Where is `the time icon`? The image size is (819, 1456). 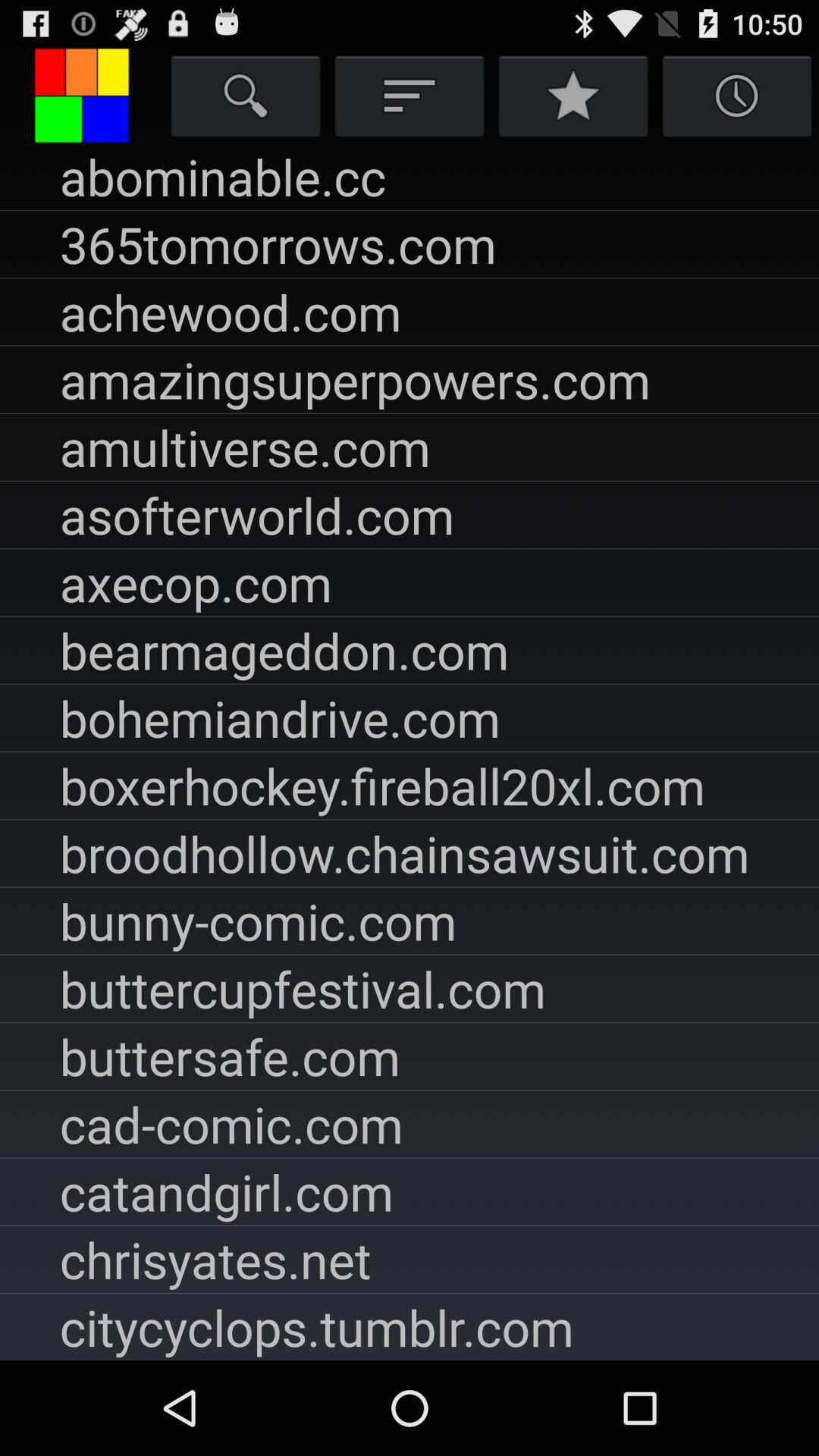
the time icon is located at coordinates (736, 101).